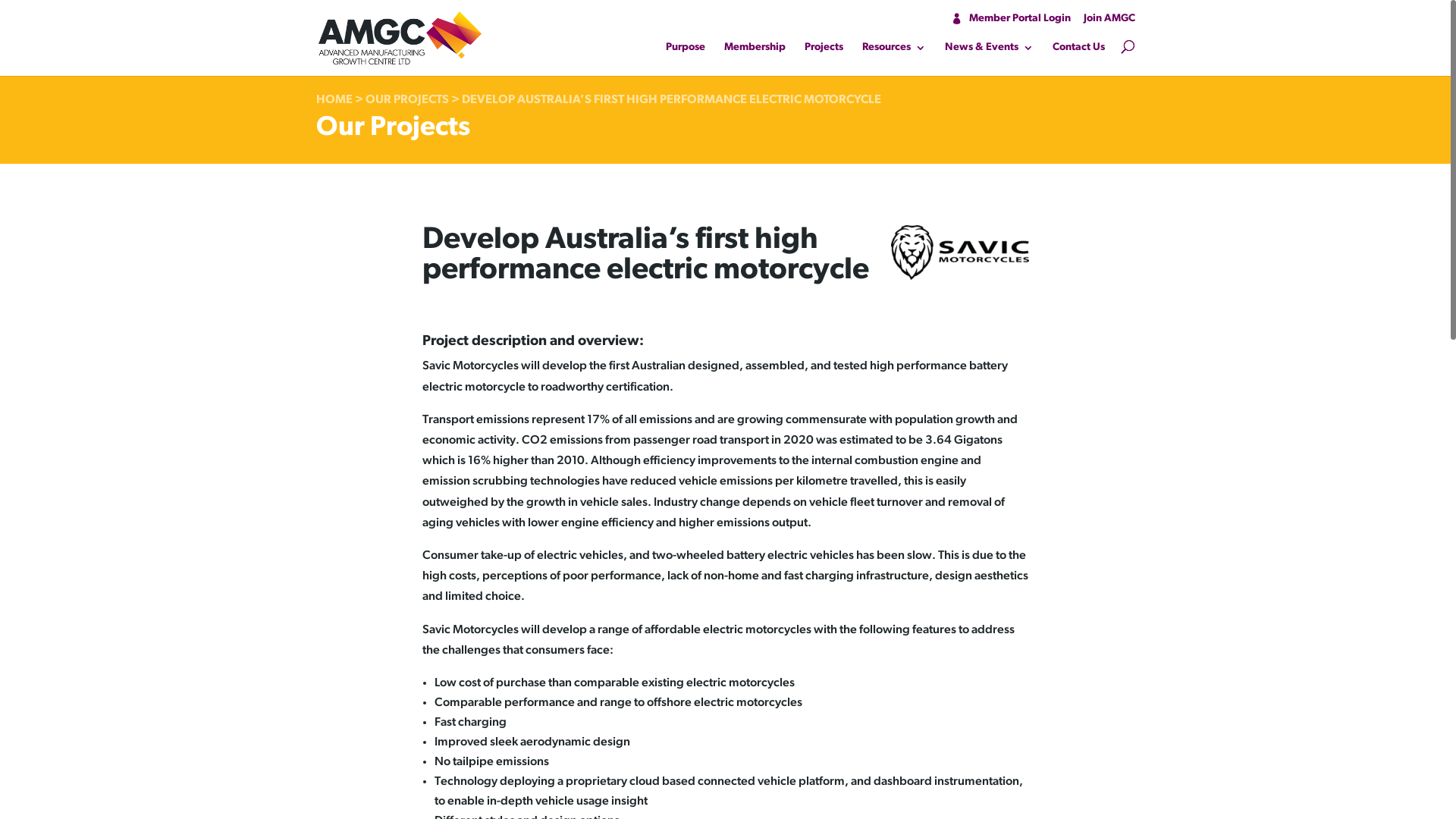  I want to click on 'Member Portal Login', so click(1011, 18).